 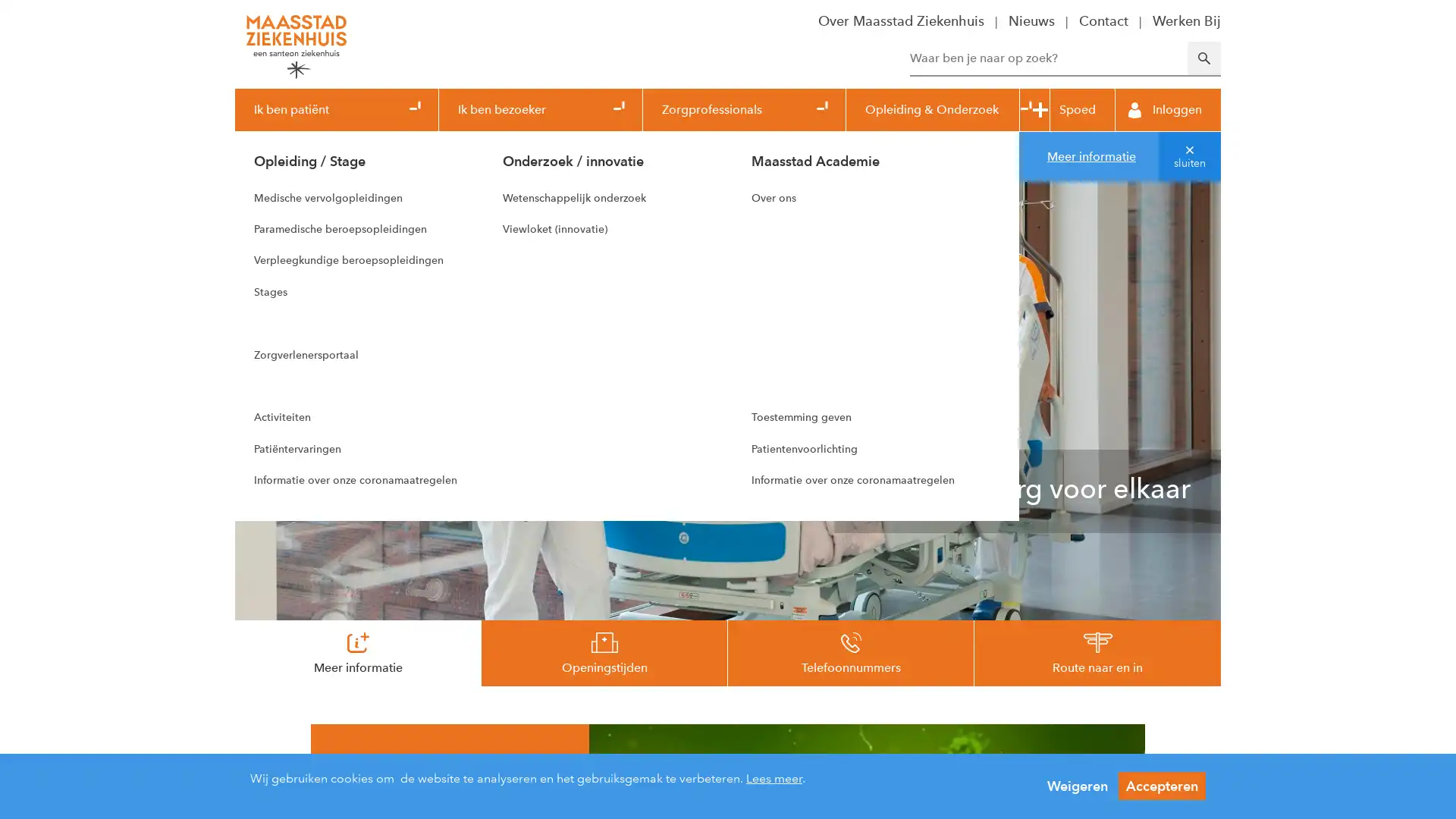 What do you see at coordinates (335, 109) in the screenshot?
I see `Ik ben patient` at bounding box center [335, 109].